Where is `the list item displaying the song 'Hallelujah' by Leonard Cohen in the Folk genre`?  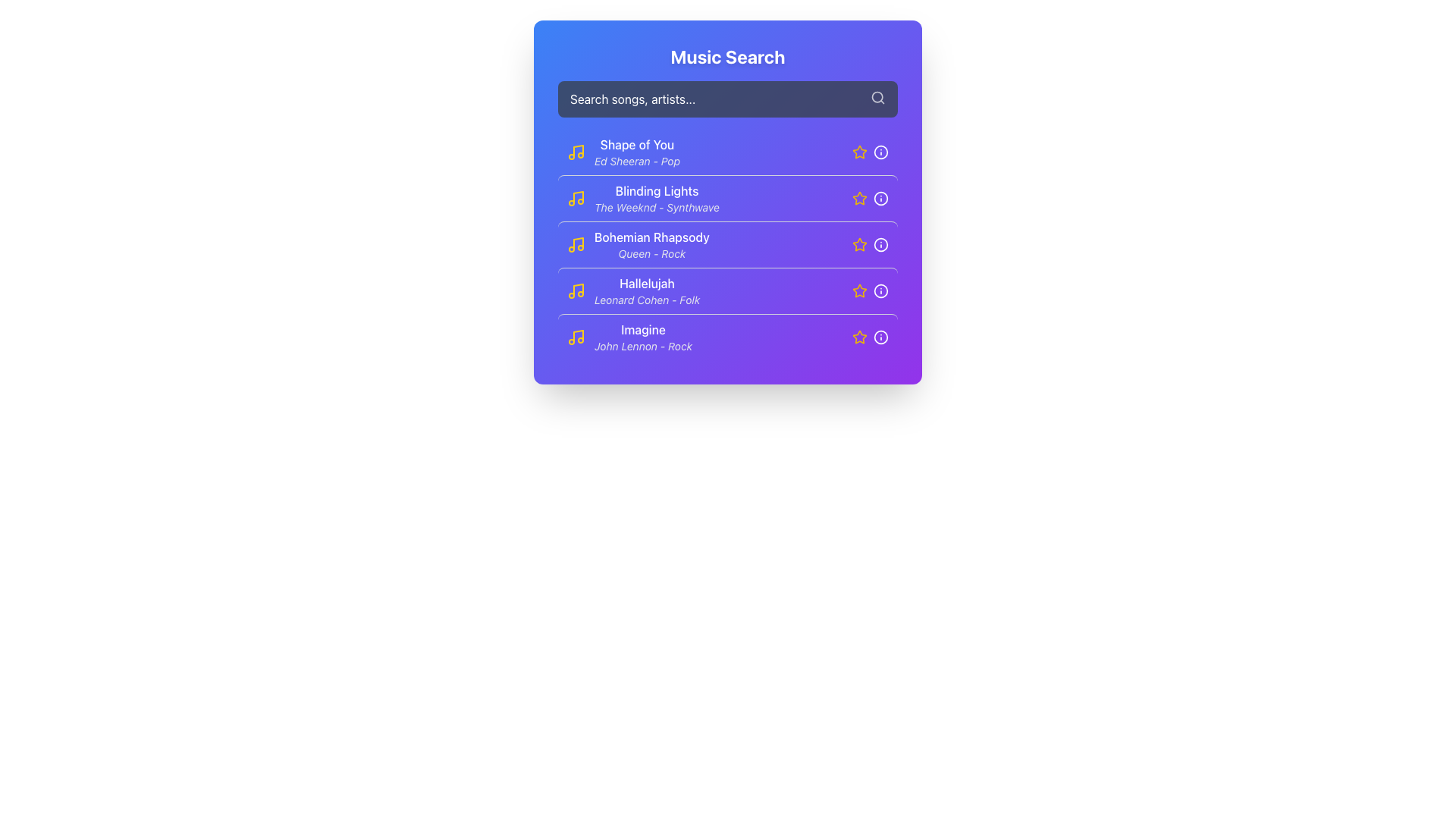
the list item displaying the song 'Hallelujah' by Leonard Cohen in the Folk genre is located at coordinates (647, 291).